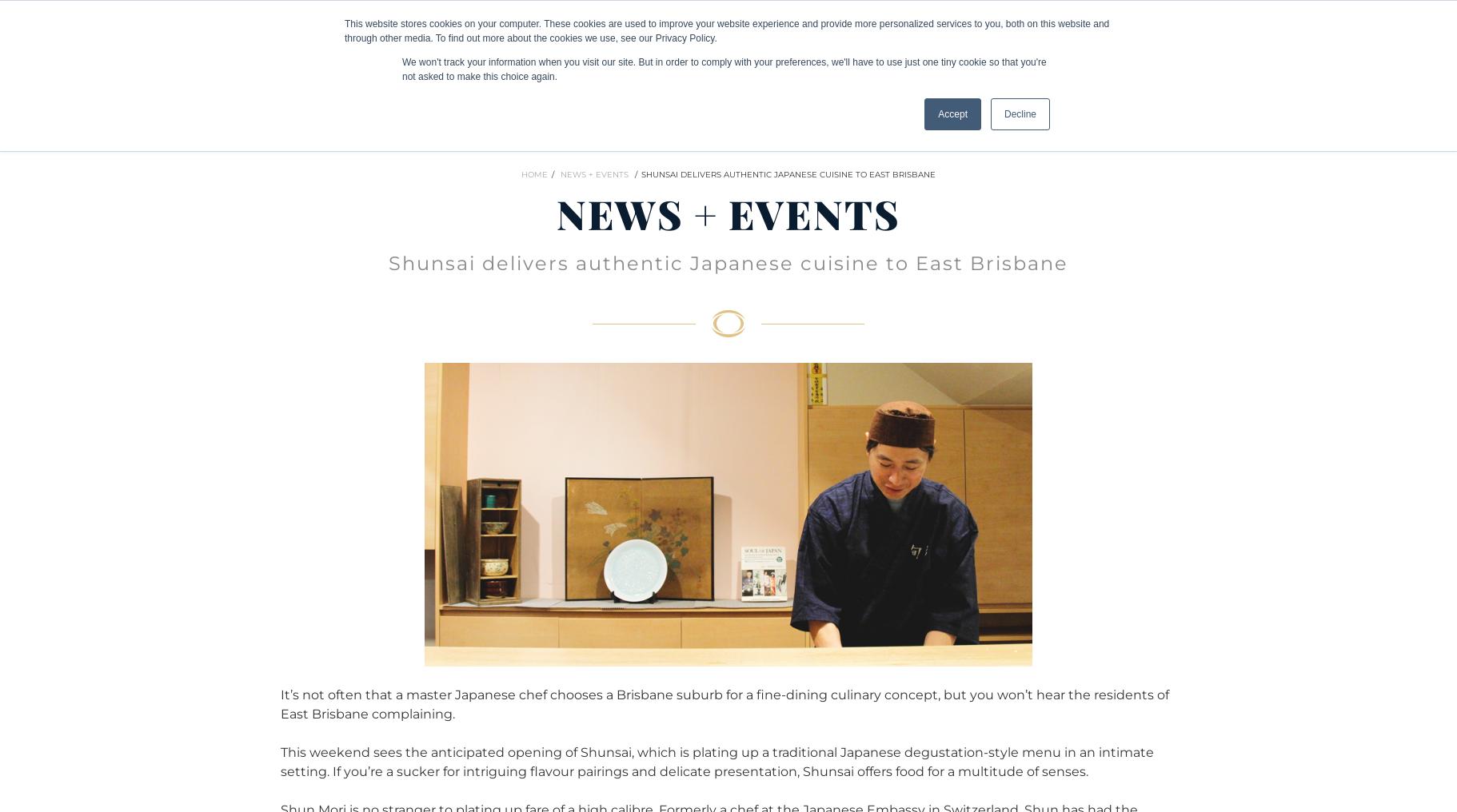 This screenshot has height=812, width=1457. What do you see at coordinates (717, 760) in the screenshot?
I see `'This weekend sees the anticipated opening of Shunsai, which is plating up a traditional Japanese degustation-style menu in an intimate setting. If you’re a sucker for intriguing flavour pairings and delicate presentation, Shunsai offers food for a multitude of senses.'` at bounding box center [717, 760].